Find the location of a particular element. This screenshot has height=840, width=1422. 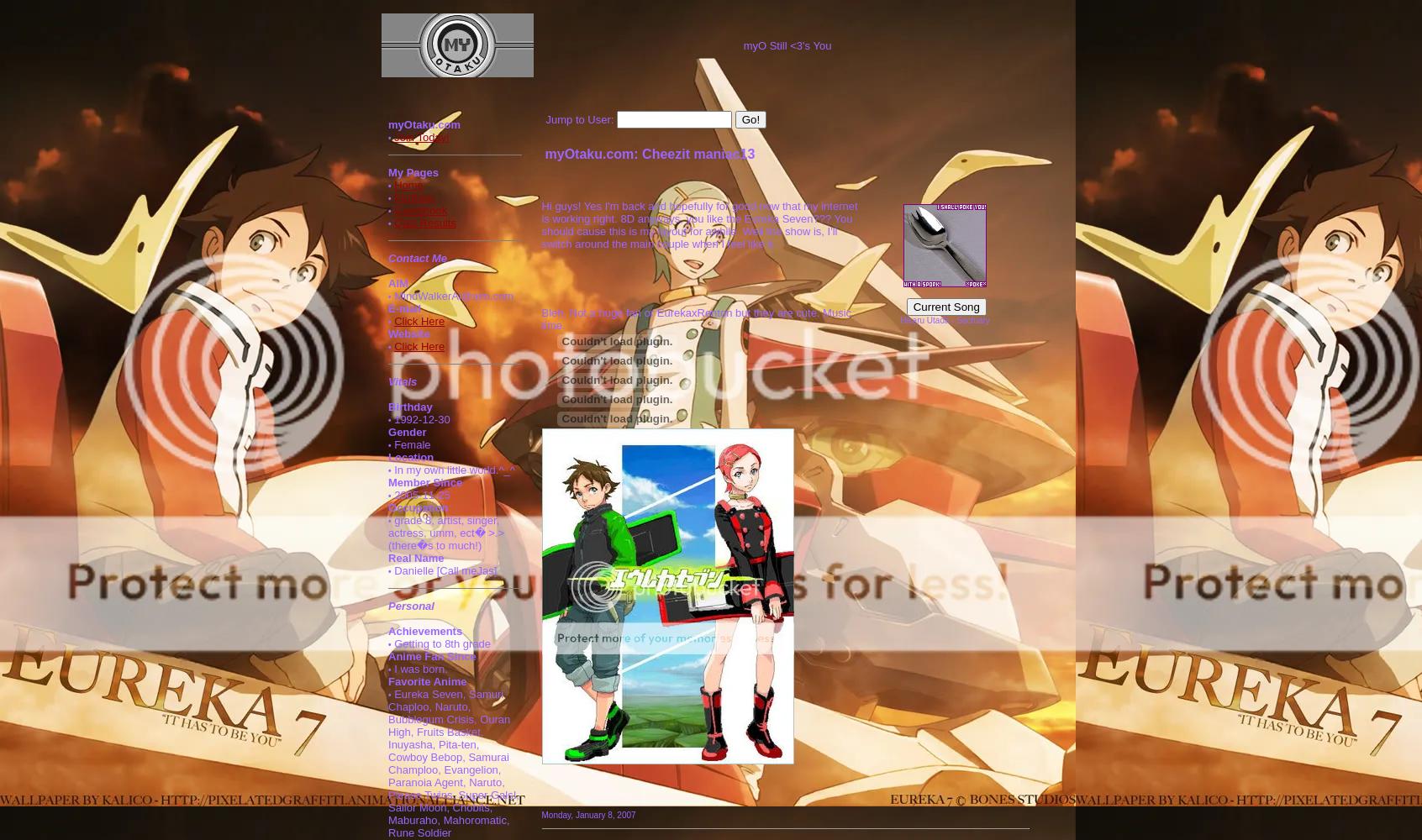

'Gender' is located at coordinates (406, 432).